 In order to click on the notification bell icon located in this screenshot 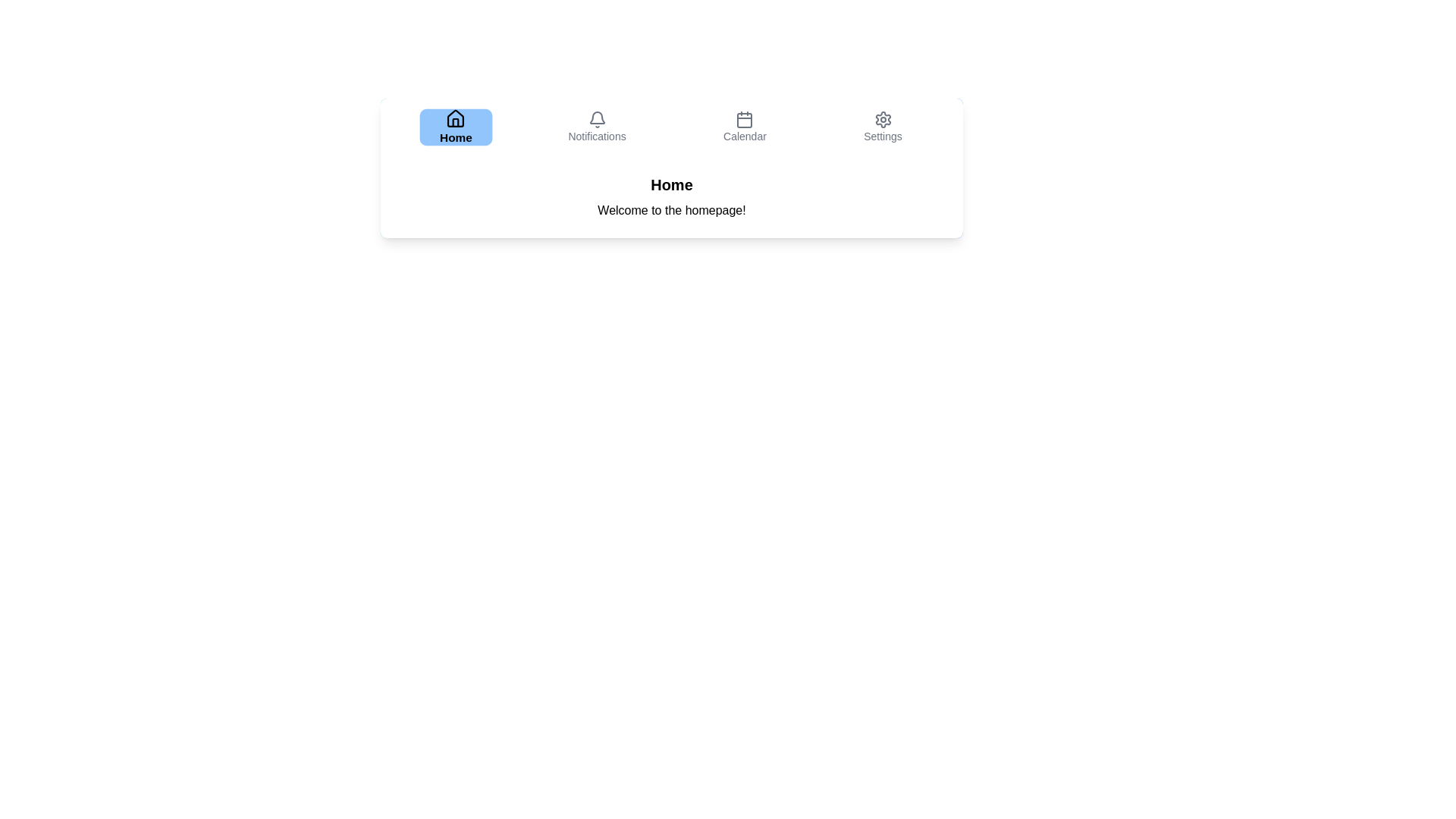, I will do `click(596, 117)`.